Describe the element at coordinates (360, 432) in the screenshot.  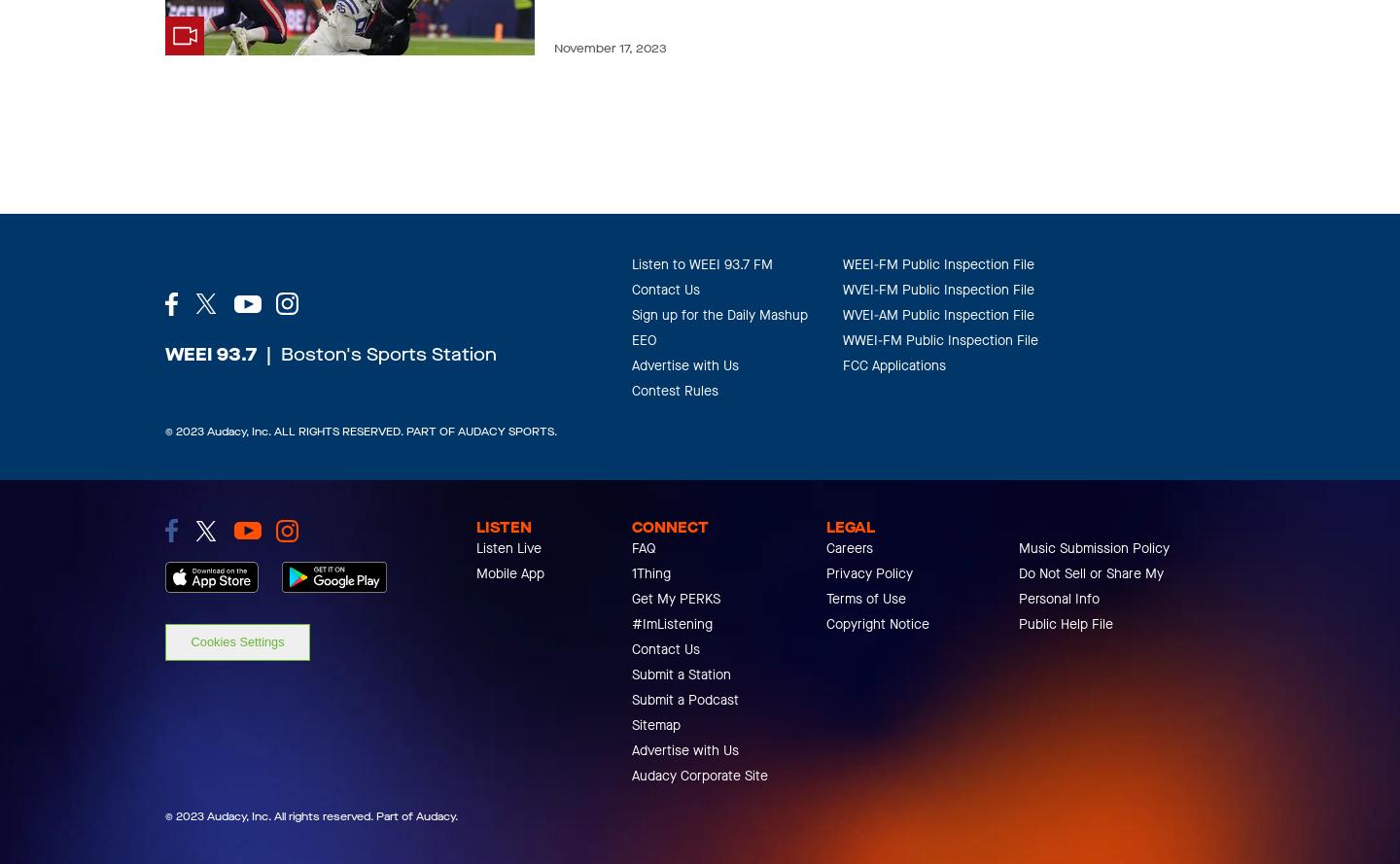
I see `'©
            2023 Audacy, Inc. ALL RIGHTS RESERVED. PART OF AUDACY SPORTS.'` at that location.